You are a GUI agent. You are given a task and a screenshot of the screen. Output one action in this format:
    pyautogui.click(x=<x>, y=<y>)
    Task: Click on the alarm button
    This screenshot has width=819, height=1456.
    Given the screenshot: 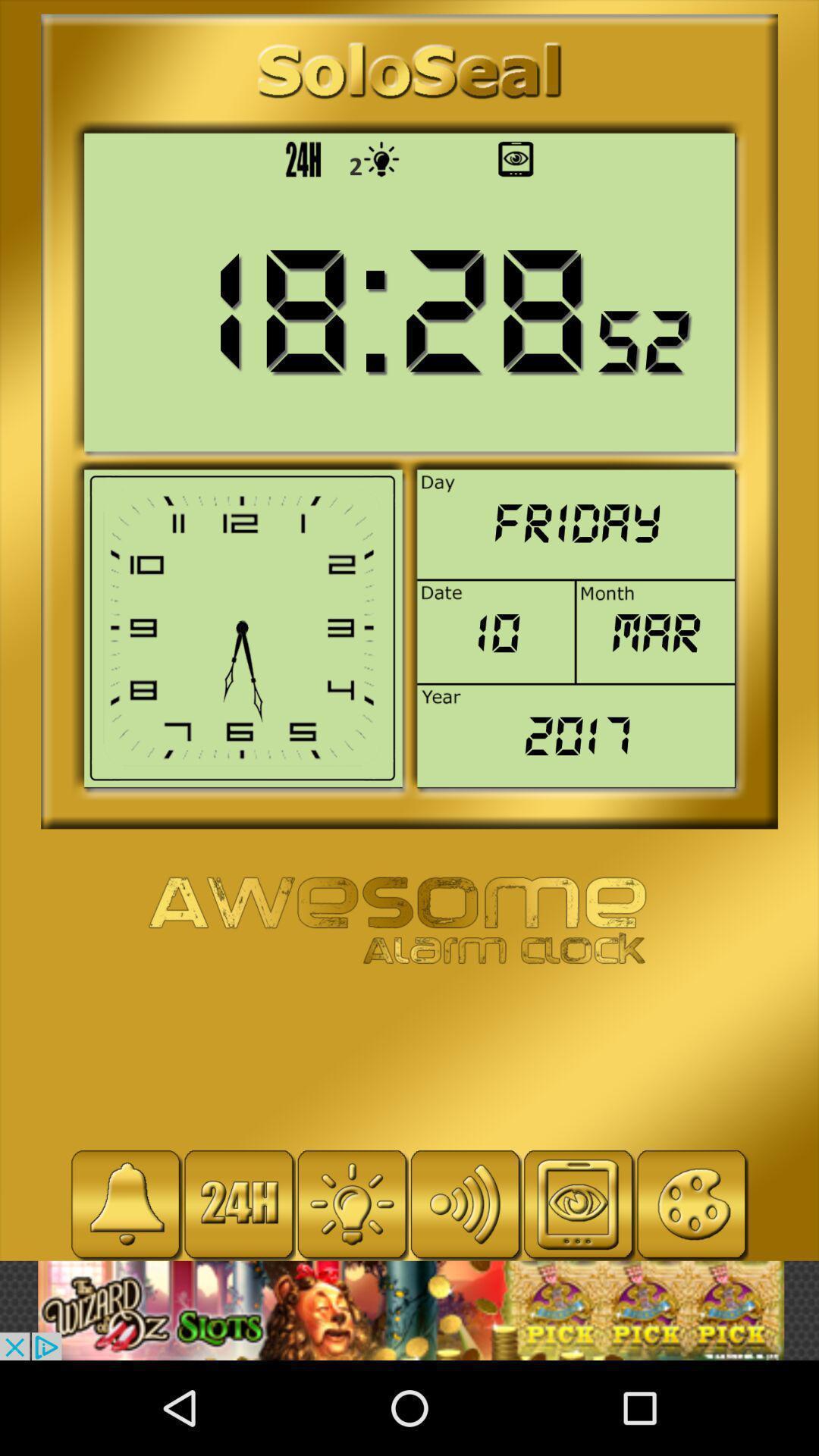 What is the action you would take?
    pyautogui.click(x=125, y=1203)
    